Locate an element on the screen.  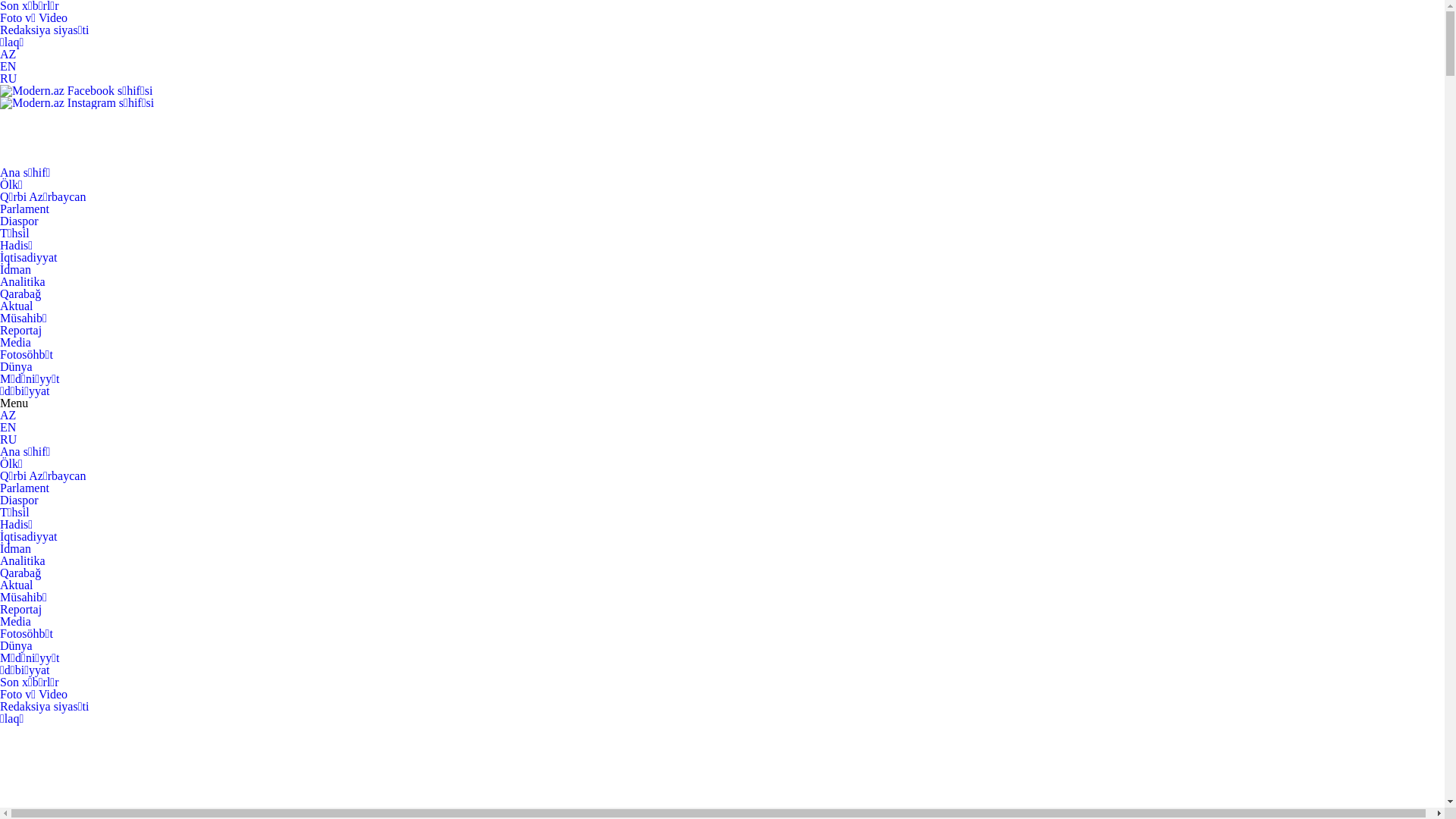
'Diaspor' is located at coordinates (19, 500).